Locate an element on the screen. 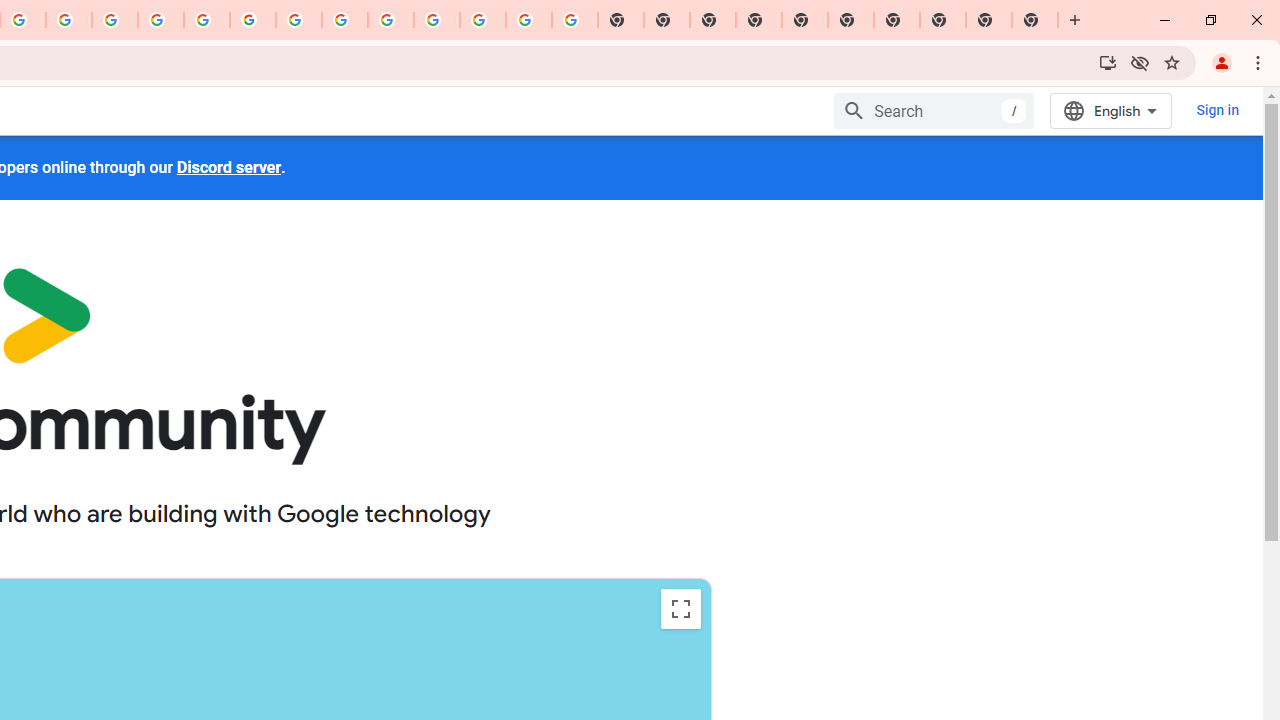 Image resolution: width=1280 pixels, height=720 pixels. 'You' is located at coordinates (1220, 61).